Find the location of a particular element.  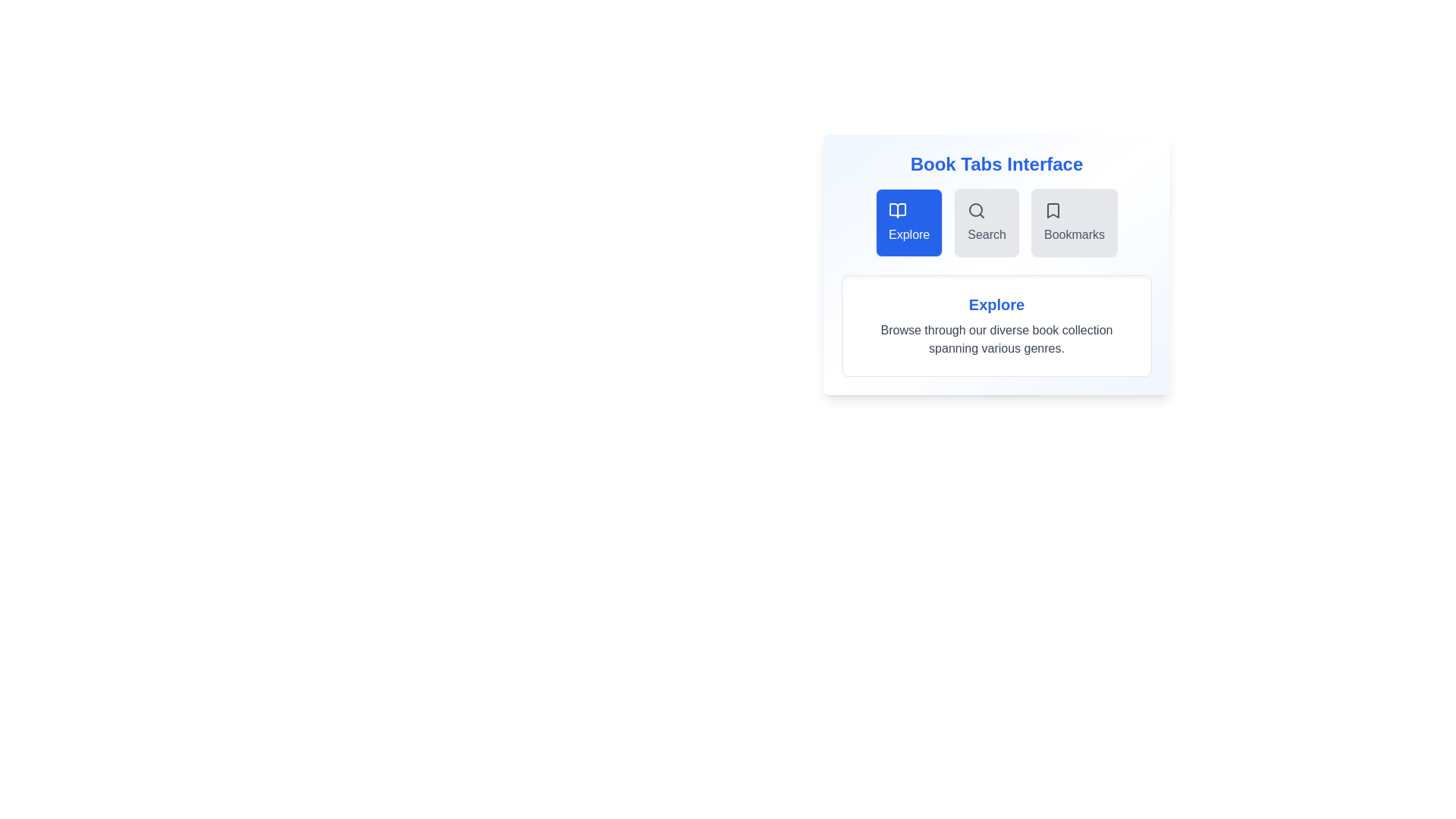

the tab labeled Explore is located at coordinates (909, 222).